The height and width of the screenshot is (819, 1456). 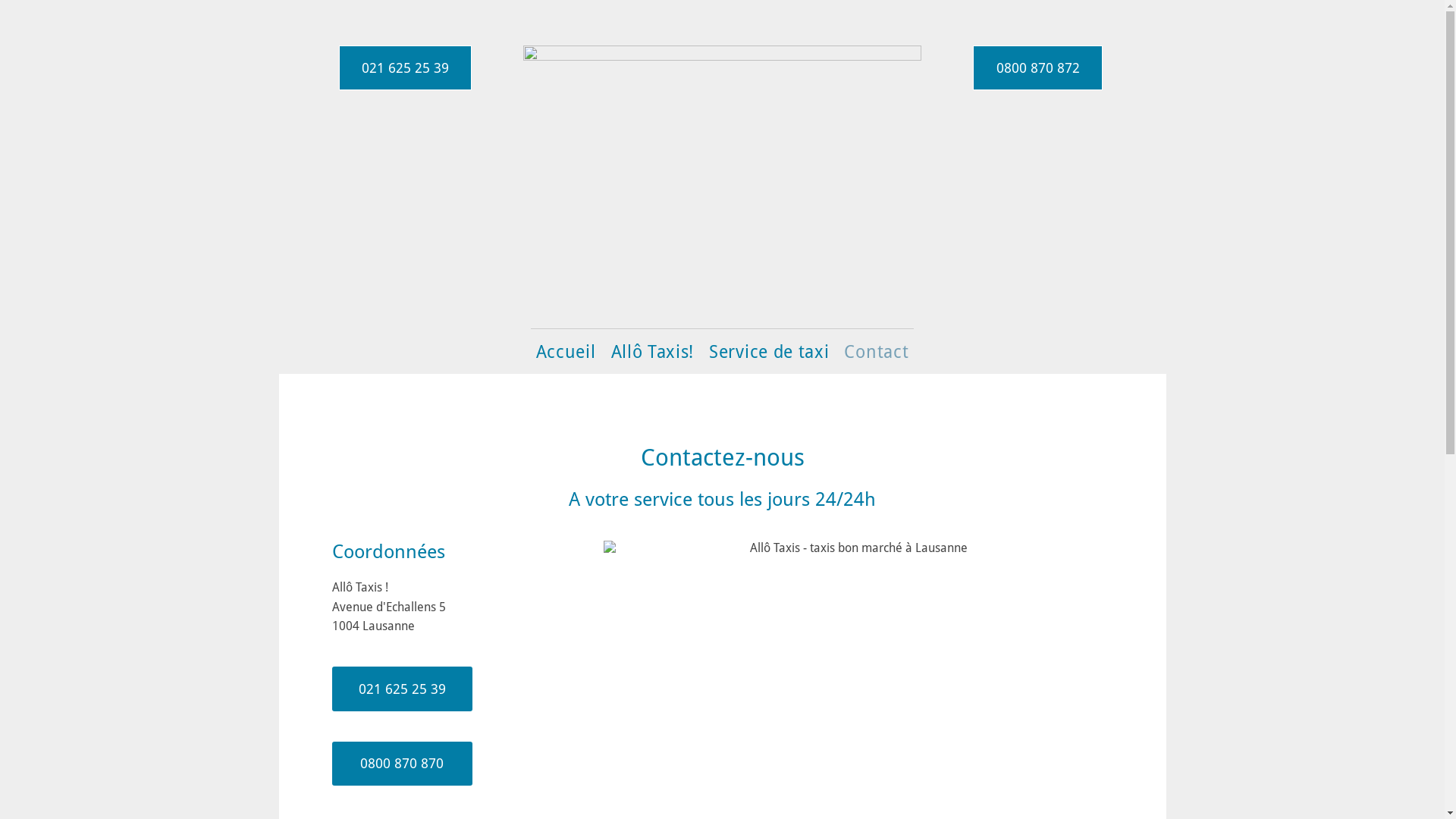 I want to click on 'Accueil', so click(x=565, y=352).